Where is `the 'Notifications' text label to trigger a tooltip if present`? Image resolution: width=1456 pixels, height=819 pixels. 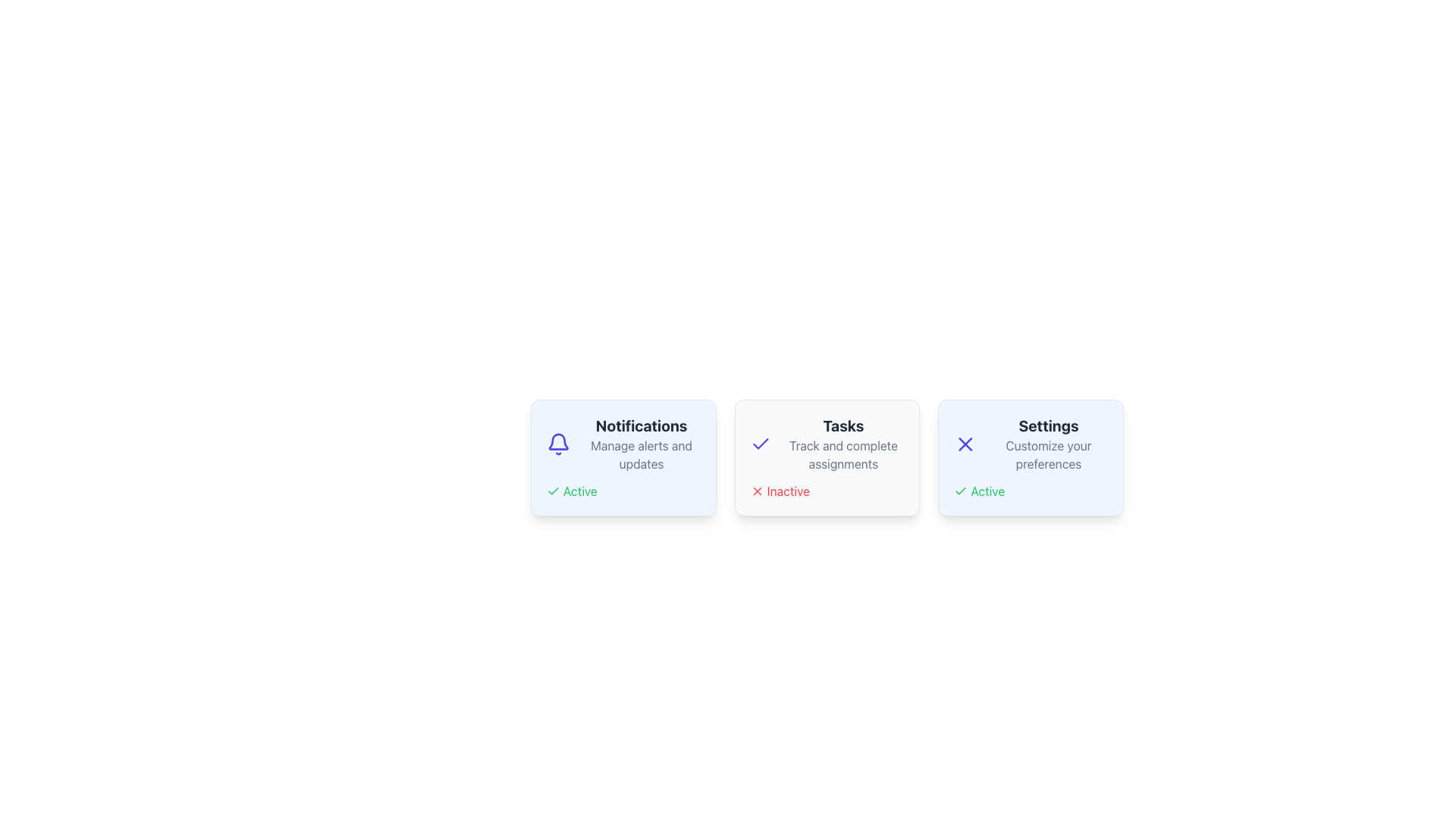 the 'Notifications' text label to trigger a tooltip if present is located at coordinates (642, 426).